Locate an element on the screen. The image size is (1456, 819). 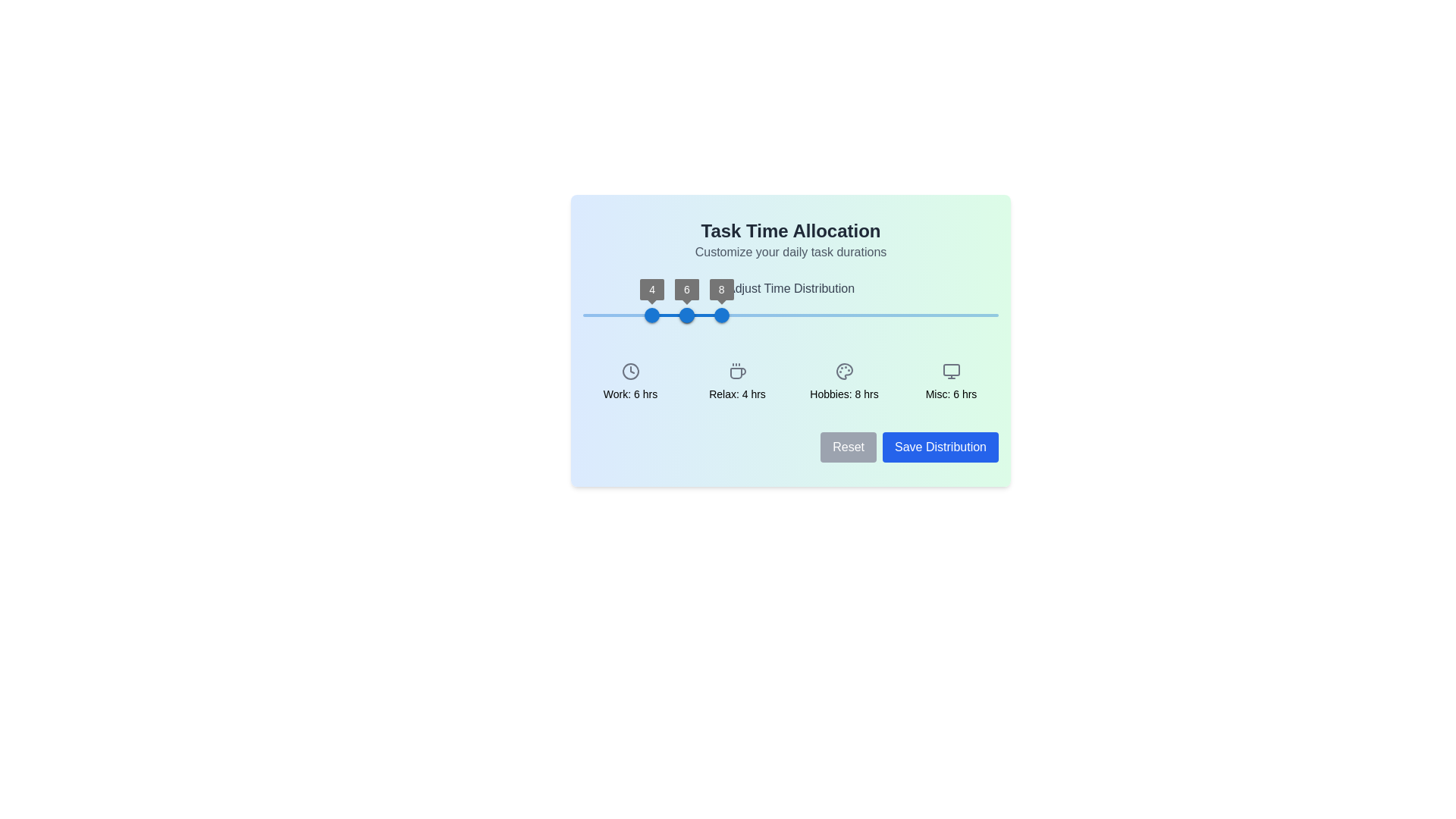
the slider is located at coordinates (833, 303).